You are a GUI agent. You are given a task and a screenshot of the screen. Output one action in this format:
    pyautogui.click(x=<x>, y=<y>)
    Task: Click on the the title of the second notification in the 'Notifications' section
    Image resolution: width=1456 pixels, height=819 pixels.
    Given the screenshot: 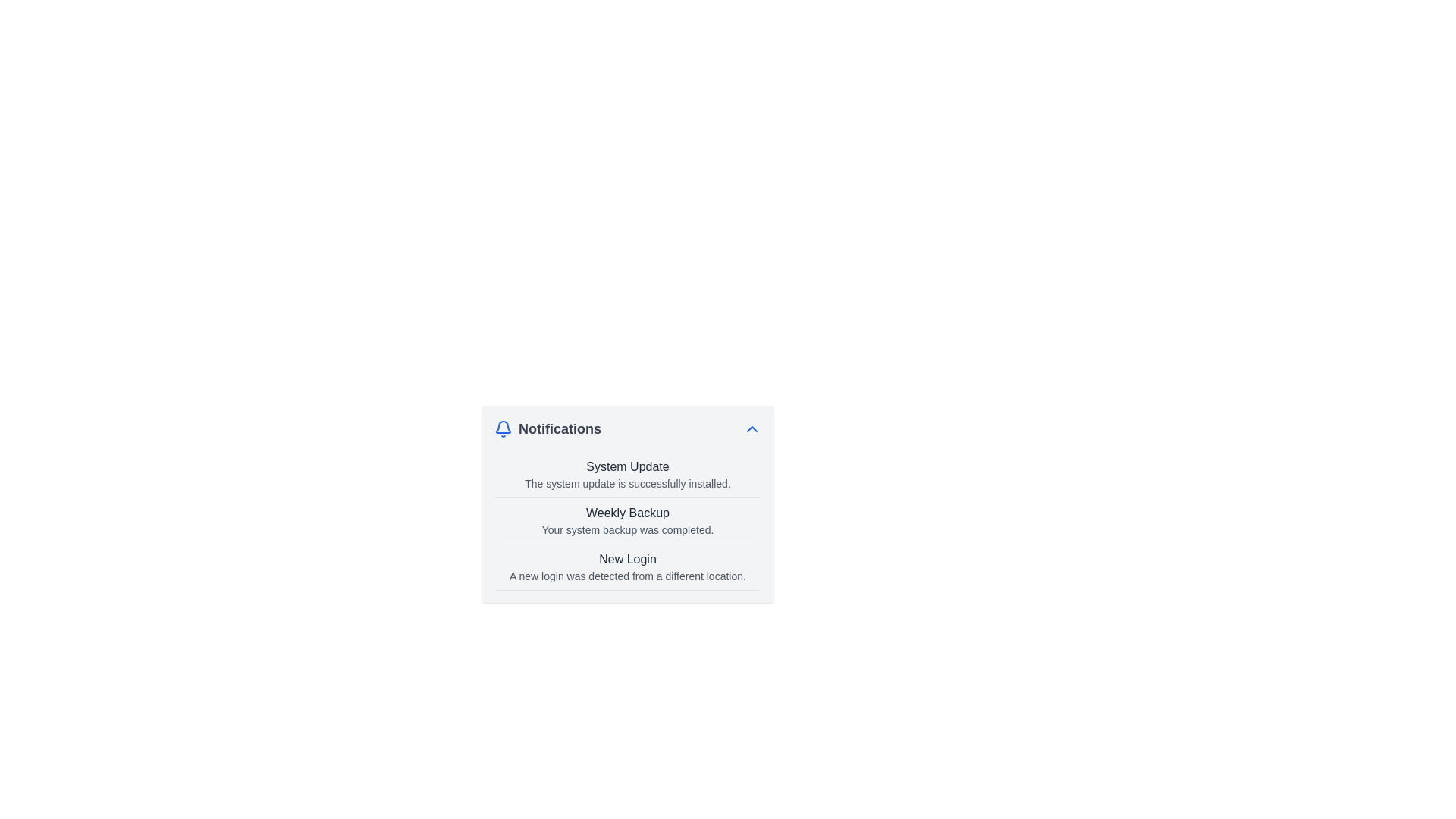 What is the action you would take?
    pyautogui.click(x=628, y=520)
    